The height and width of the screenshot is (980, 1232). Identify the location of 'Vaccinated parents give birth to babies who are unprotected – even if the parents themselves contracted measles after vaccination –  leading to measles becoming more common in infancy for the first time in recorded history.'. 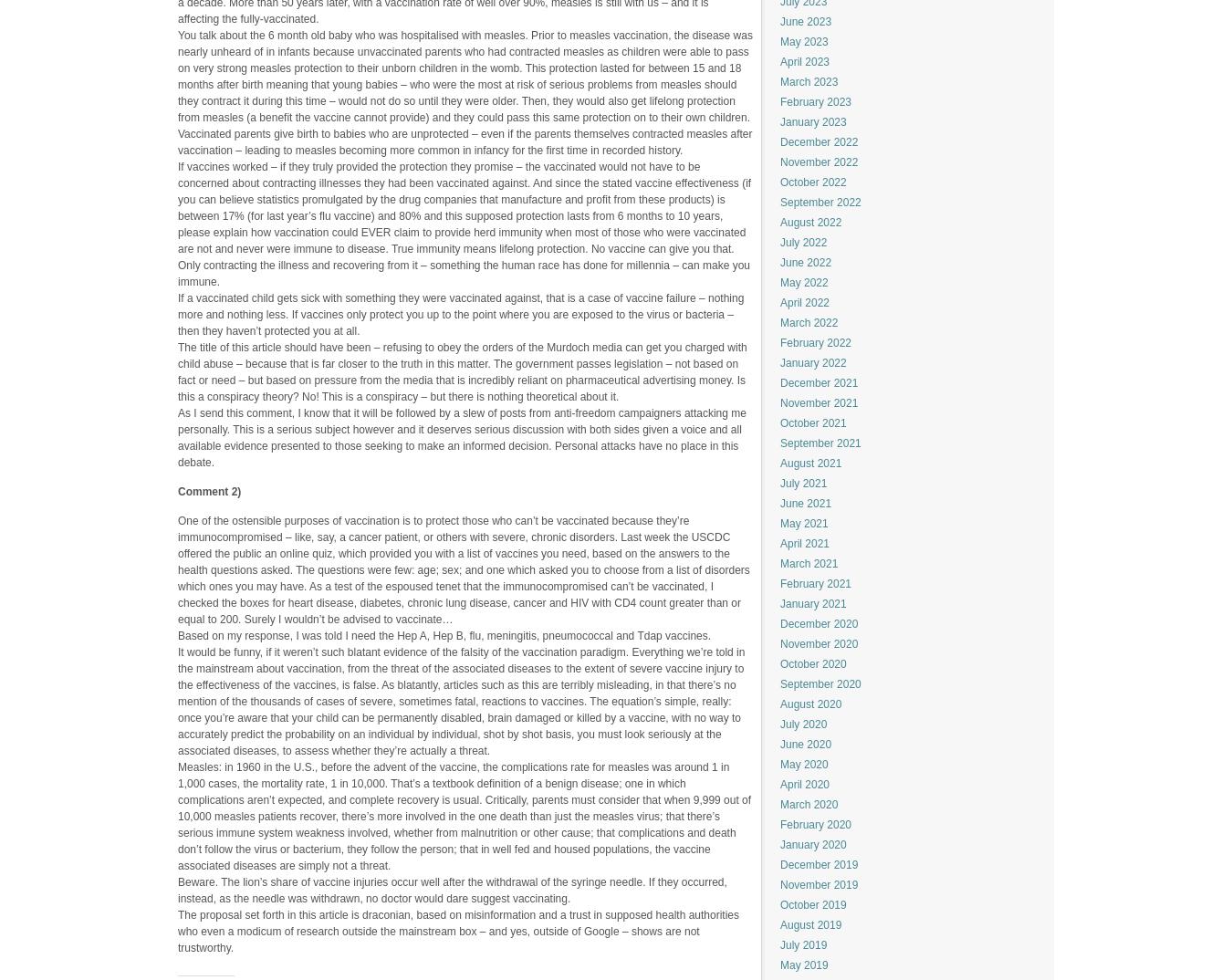
(464, 140).